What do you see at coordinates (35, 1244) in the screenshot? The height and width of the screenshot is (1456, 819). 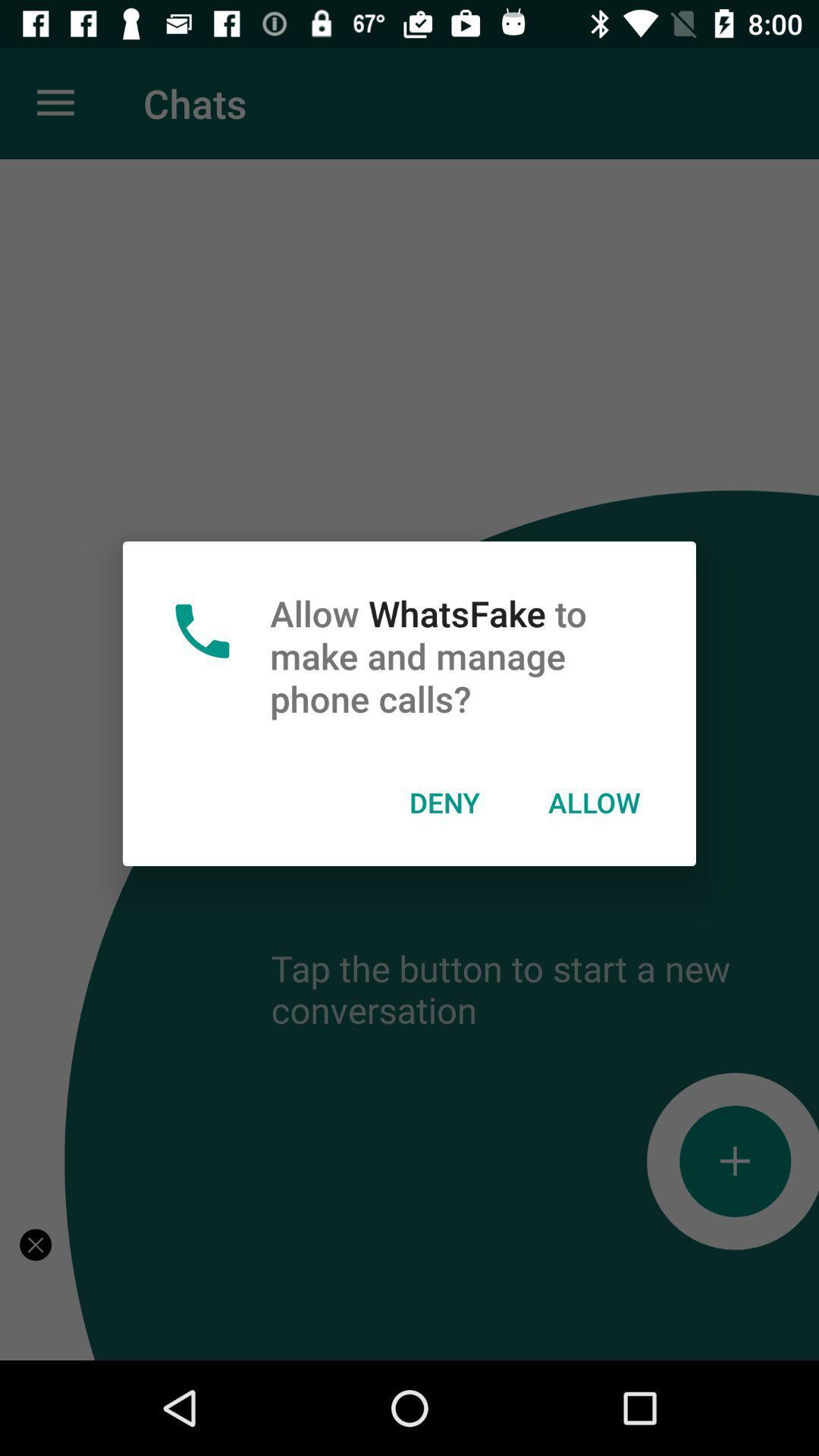 I see `the close icon` at bounding box center [35, 1244].